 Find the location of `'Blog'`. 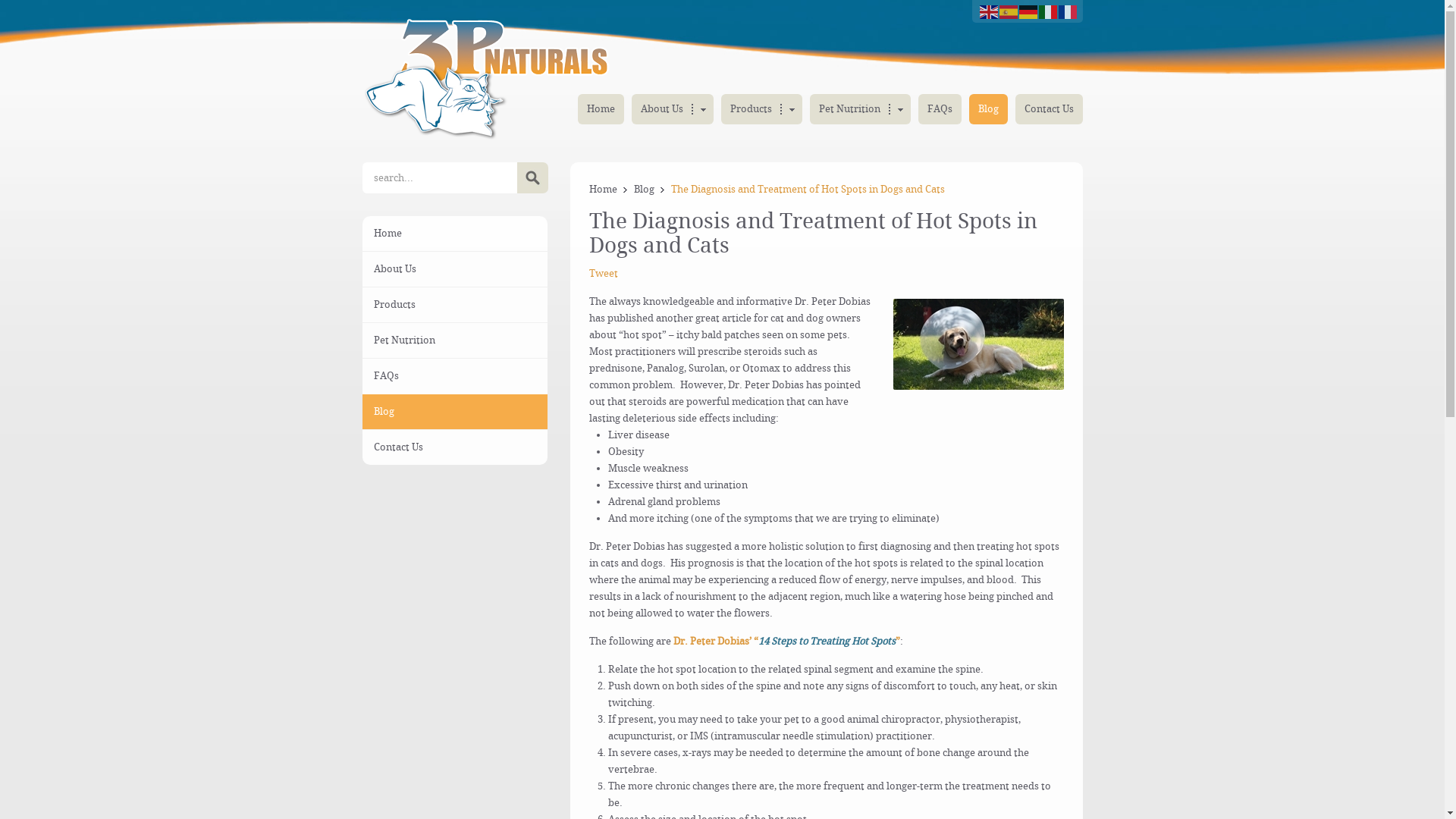

'Blog' is located at coordinates (362, 412).